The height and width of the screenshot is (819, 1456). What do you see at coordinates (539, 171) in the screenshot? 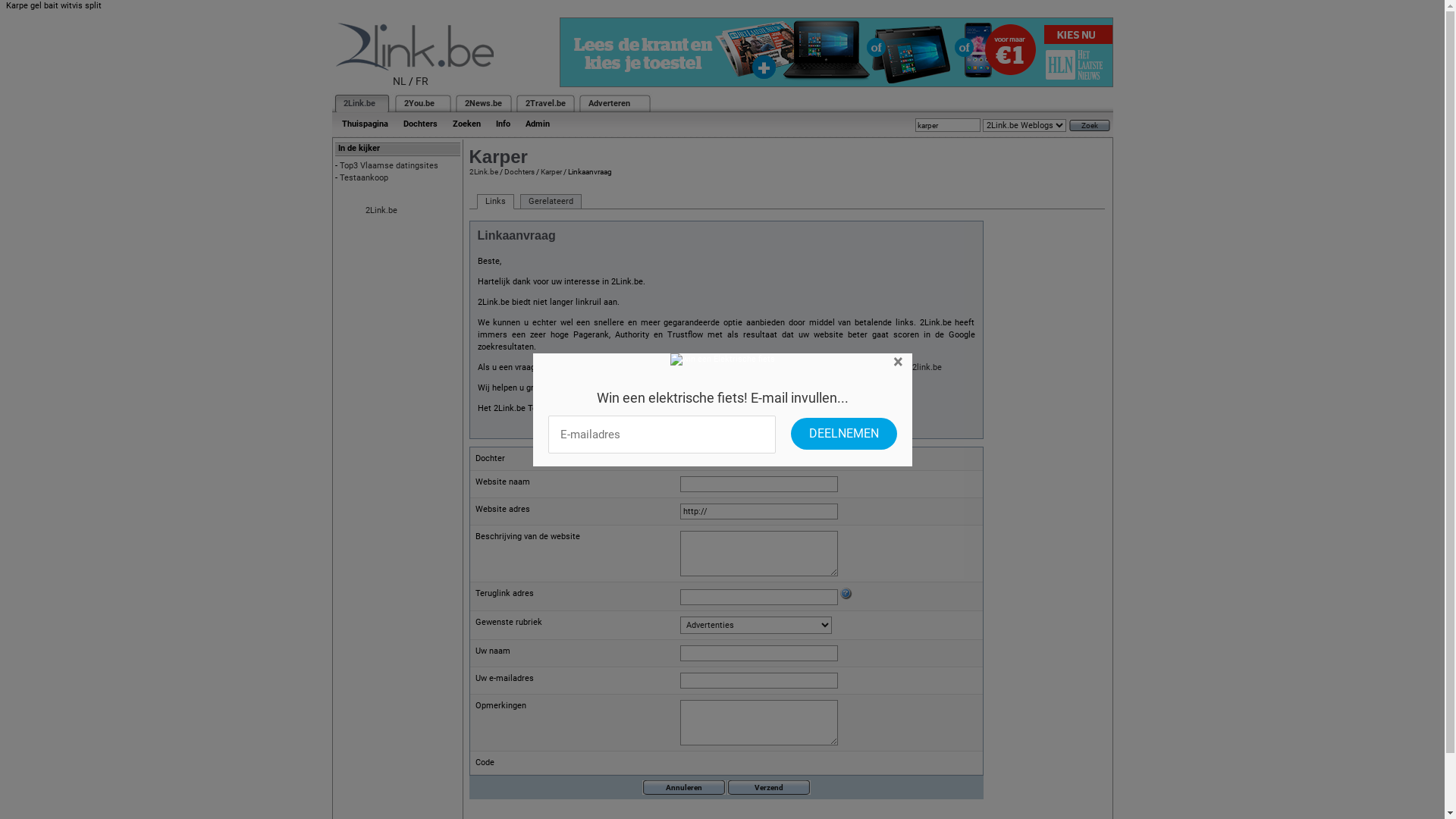
I see `'Karper'` at bounding box center [539, 171].